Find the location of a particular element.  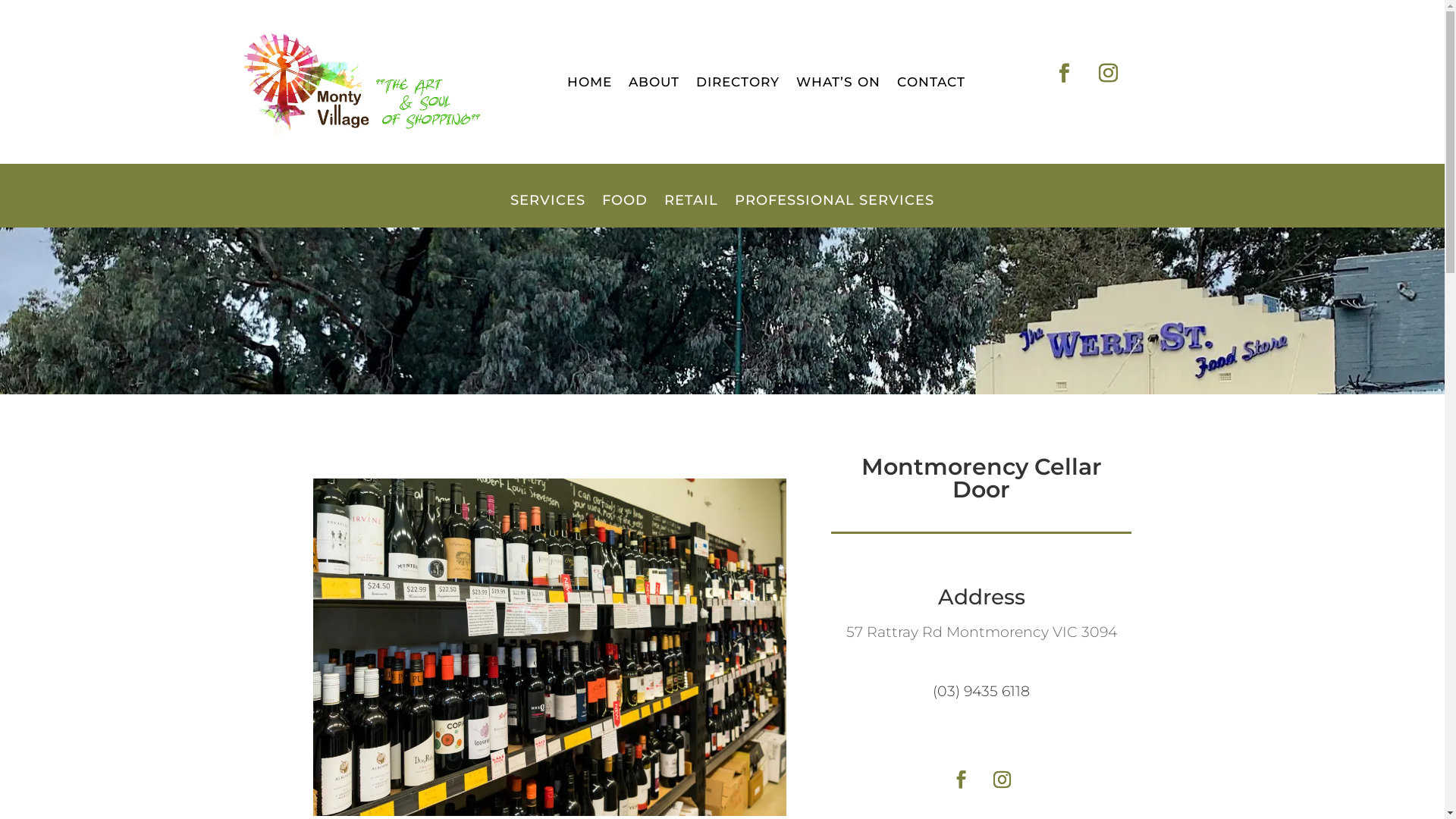

'CONTACT' is located at coordinates (930, 85).